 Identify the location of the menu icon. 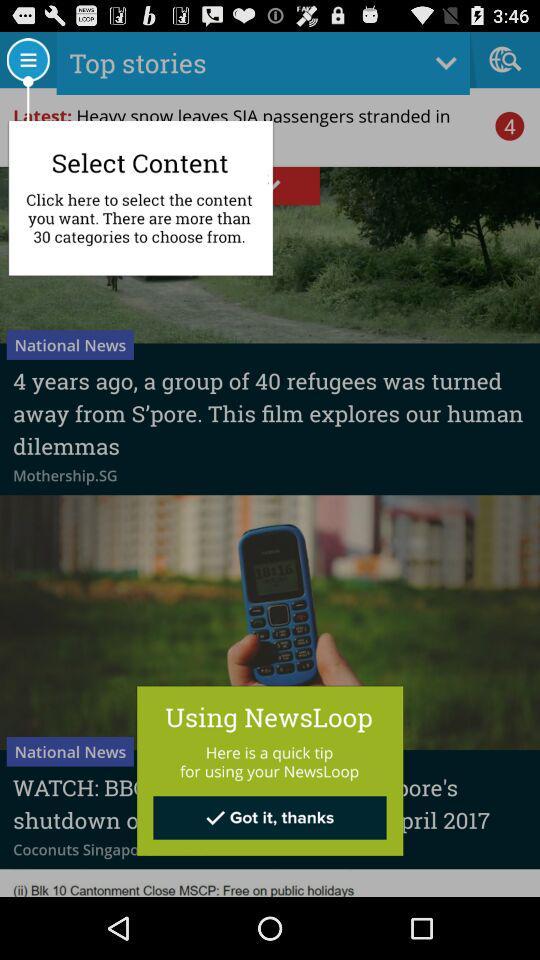
(25, 63).